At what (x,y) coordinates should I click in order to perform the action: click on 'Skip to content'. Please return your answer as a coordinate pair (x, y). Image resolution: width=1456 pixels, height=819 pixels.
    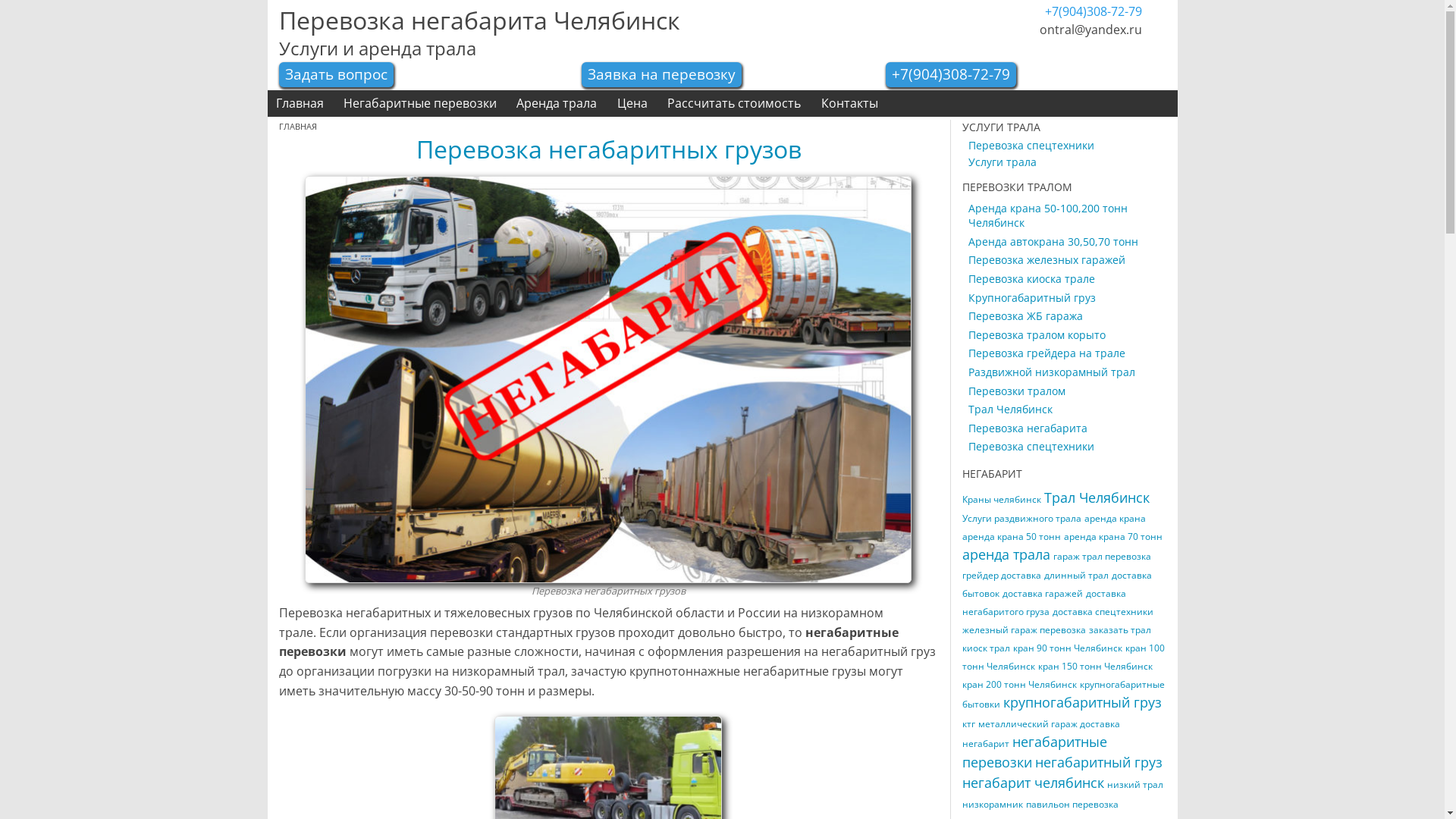
    Looking at the image, I should click on (0, 90).